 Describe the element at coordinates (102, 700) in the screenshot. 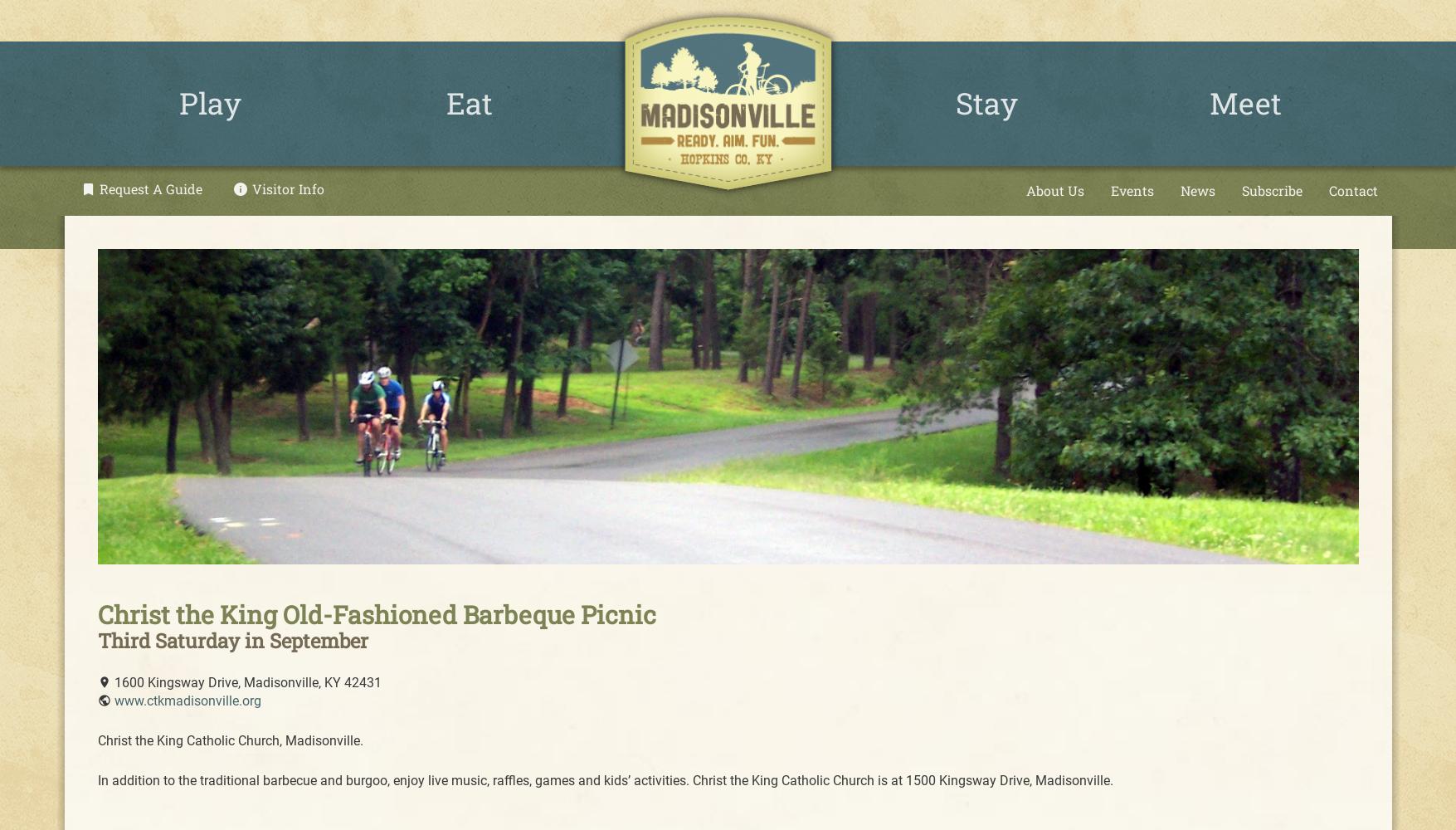

I see `'public'` at that location.